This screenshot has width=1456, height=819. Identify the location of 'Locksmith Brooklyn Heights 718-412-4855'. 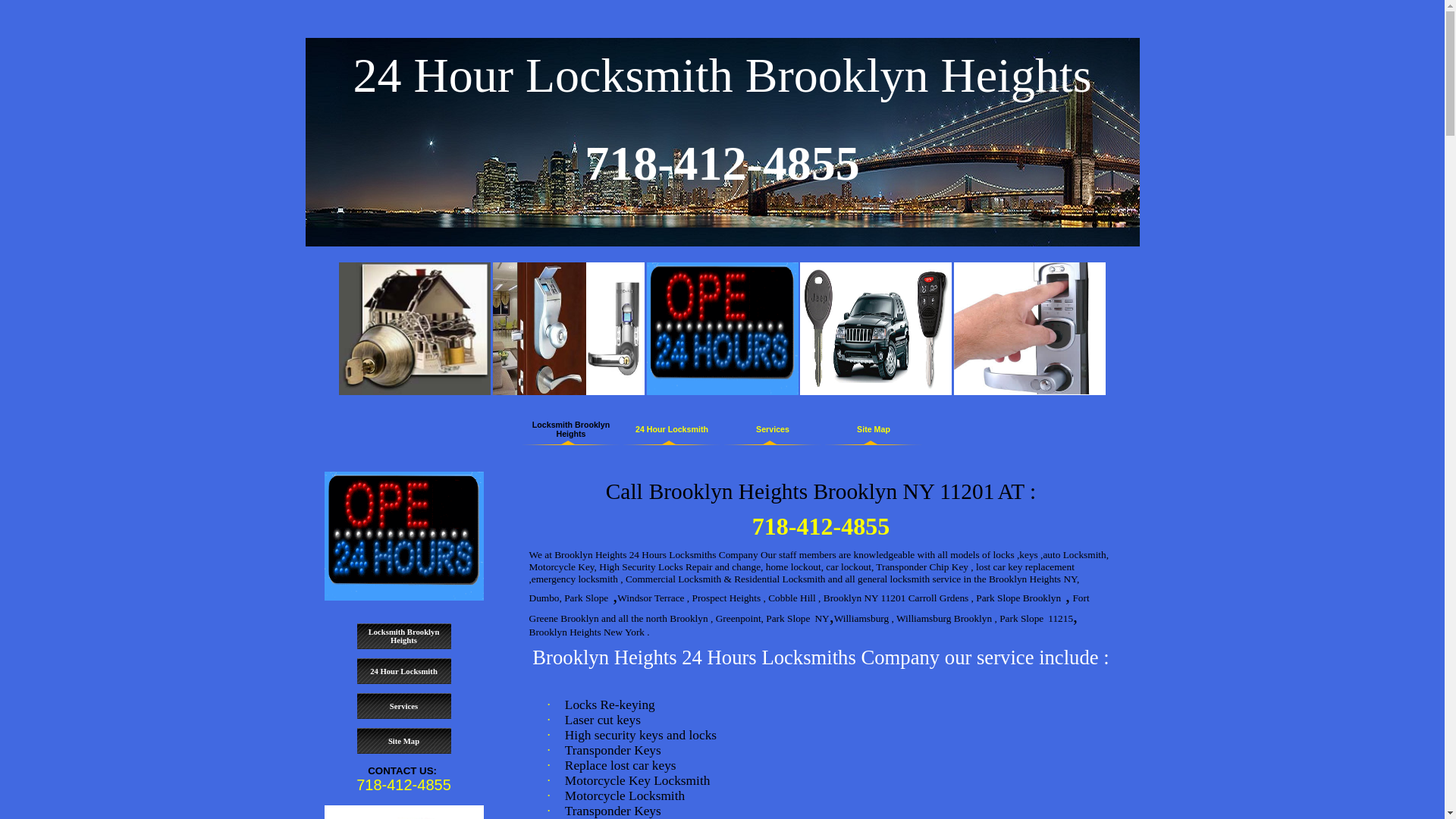
(415, 328).